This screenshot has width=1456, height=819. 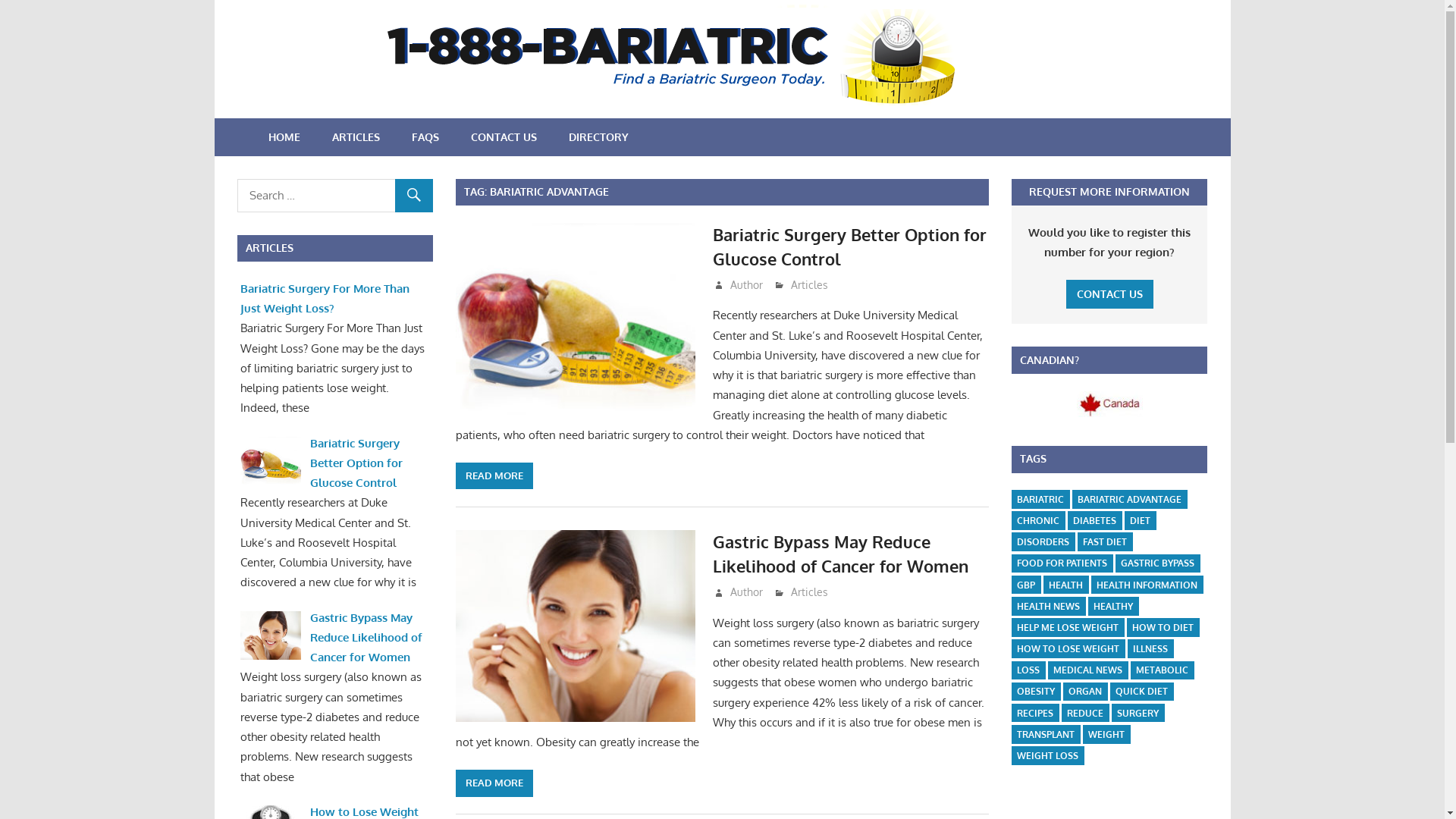 I want to click on 'HEALTHY', so click(x=1113, y=605).